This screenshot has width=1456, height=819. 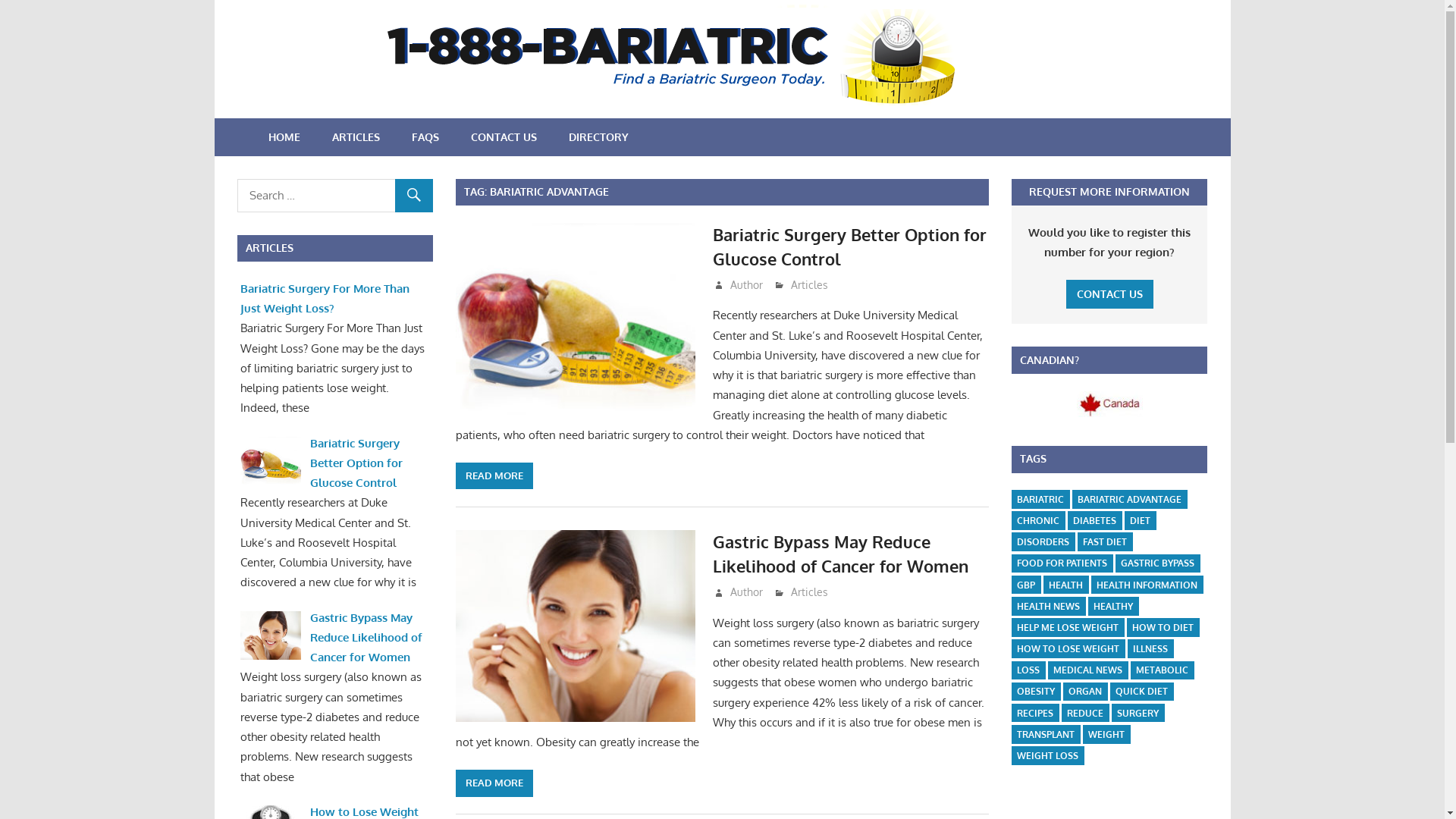 I want to click on 'HEALTHY', so click(x=1113, y=605).